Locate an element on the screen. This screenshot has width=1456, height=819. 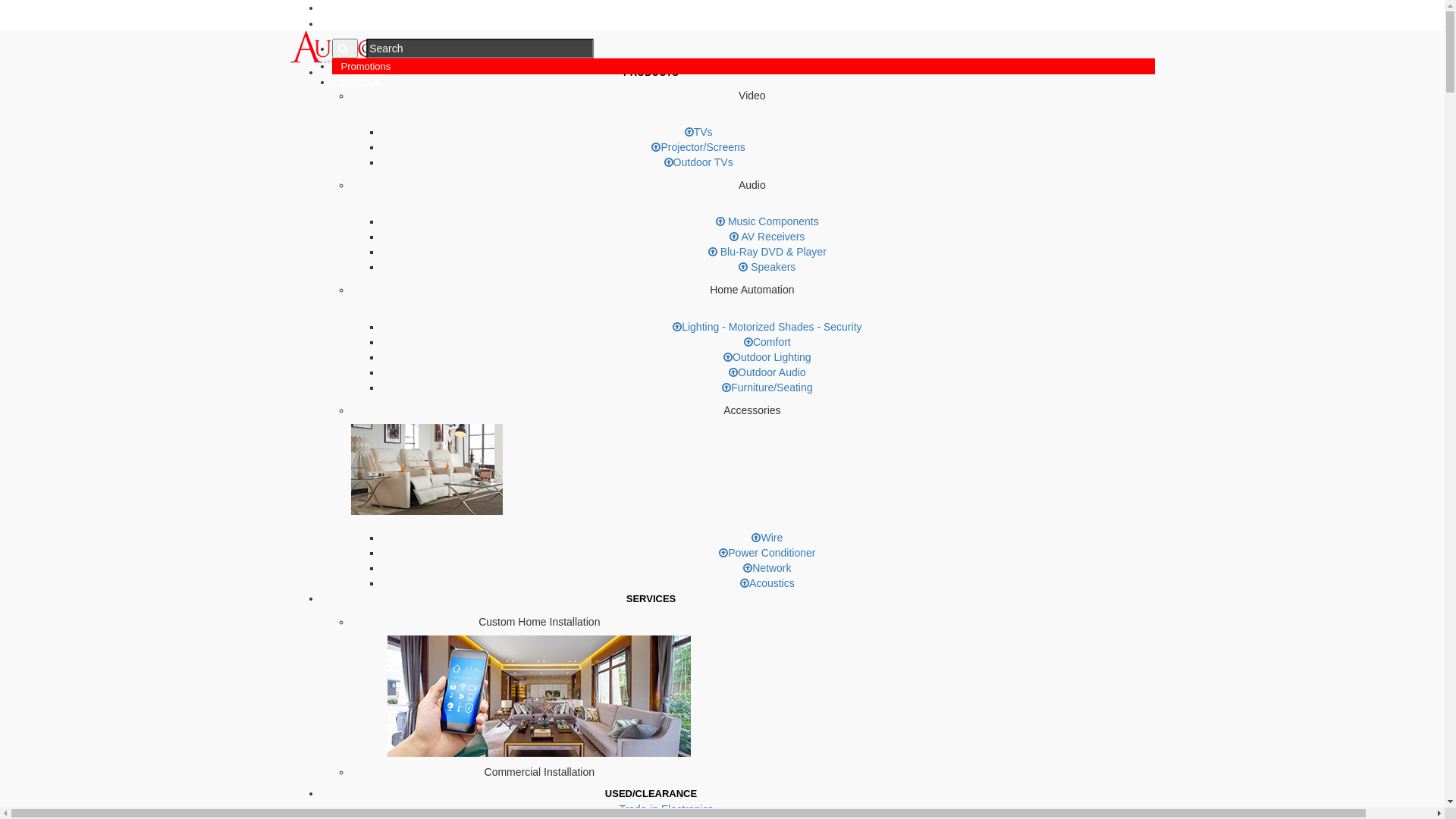
'Music Components' is located at coordinates (767, 221).